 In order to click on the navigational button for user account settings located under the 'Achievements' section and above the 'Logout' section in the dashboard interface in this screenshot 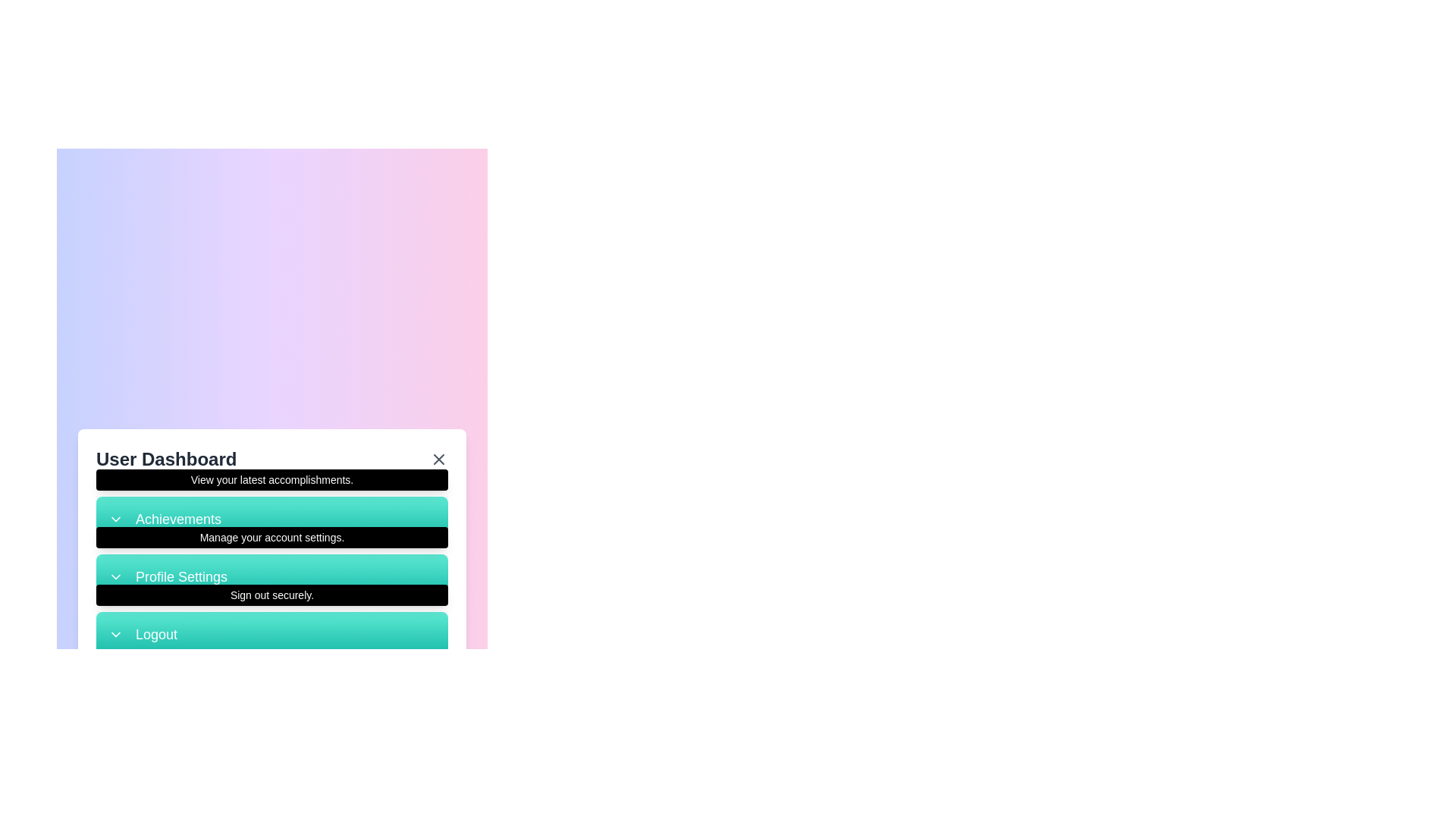, I will do `click(272, 558)`.